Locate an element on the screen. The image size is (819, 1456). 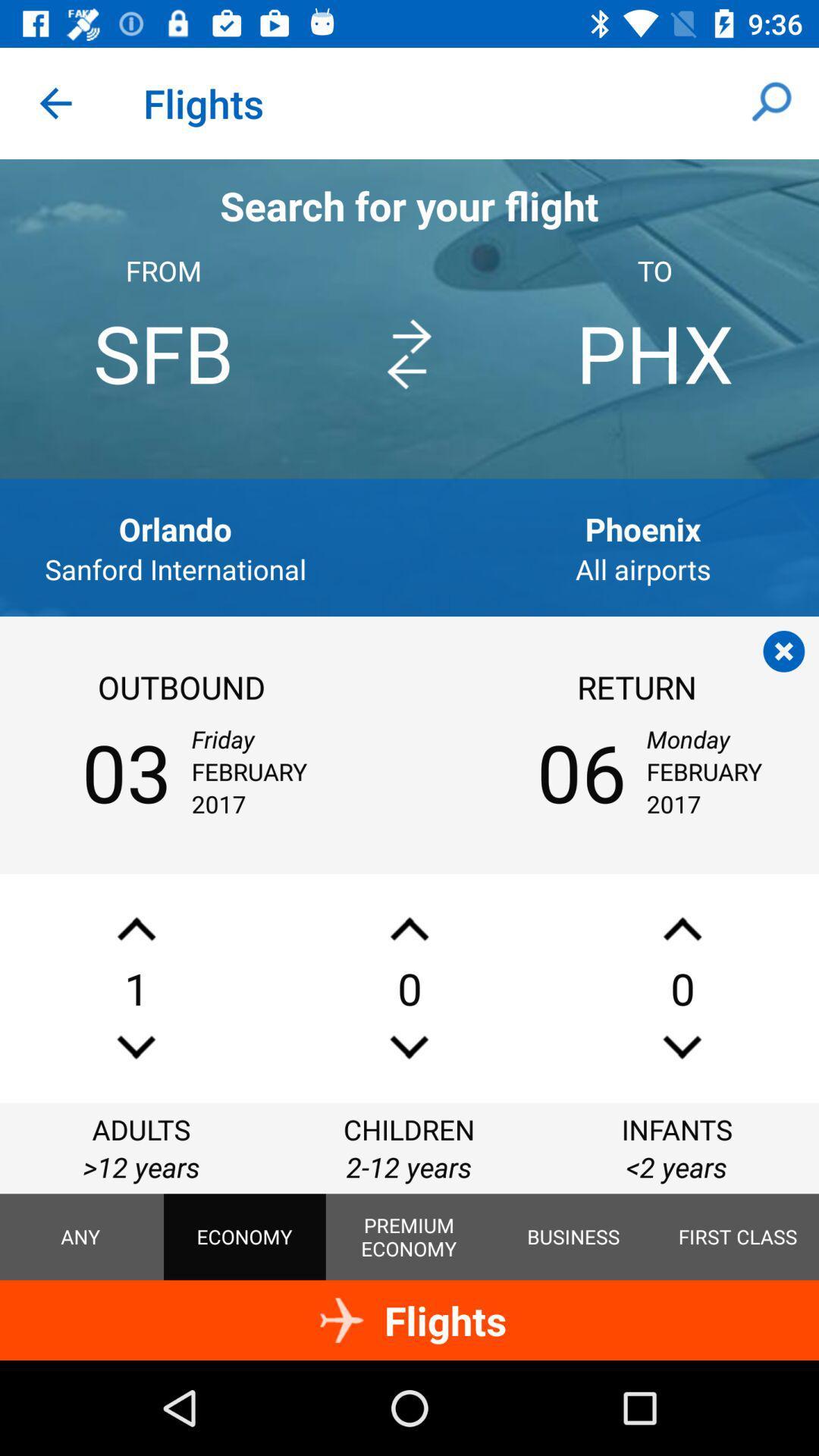
exit is located at coordinates (783, 651).